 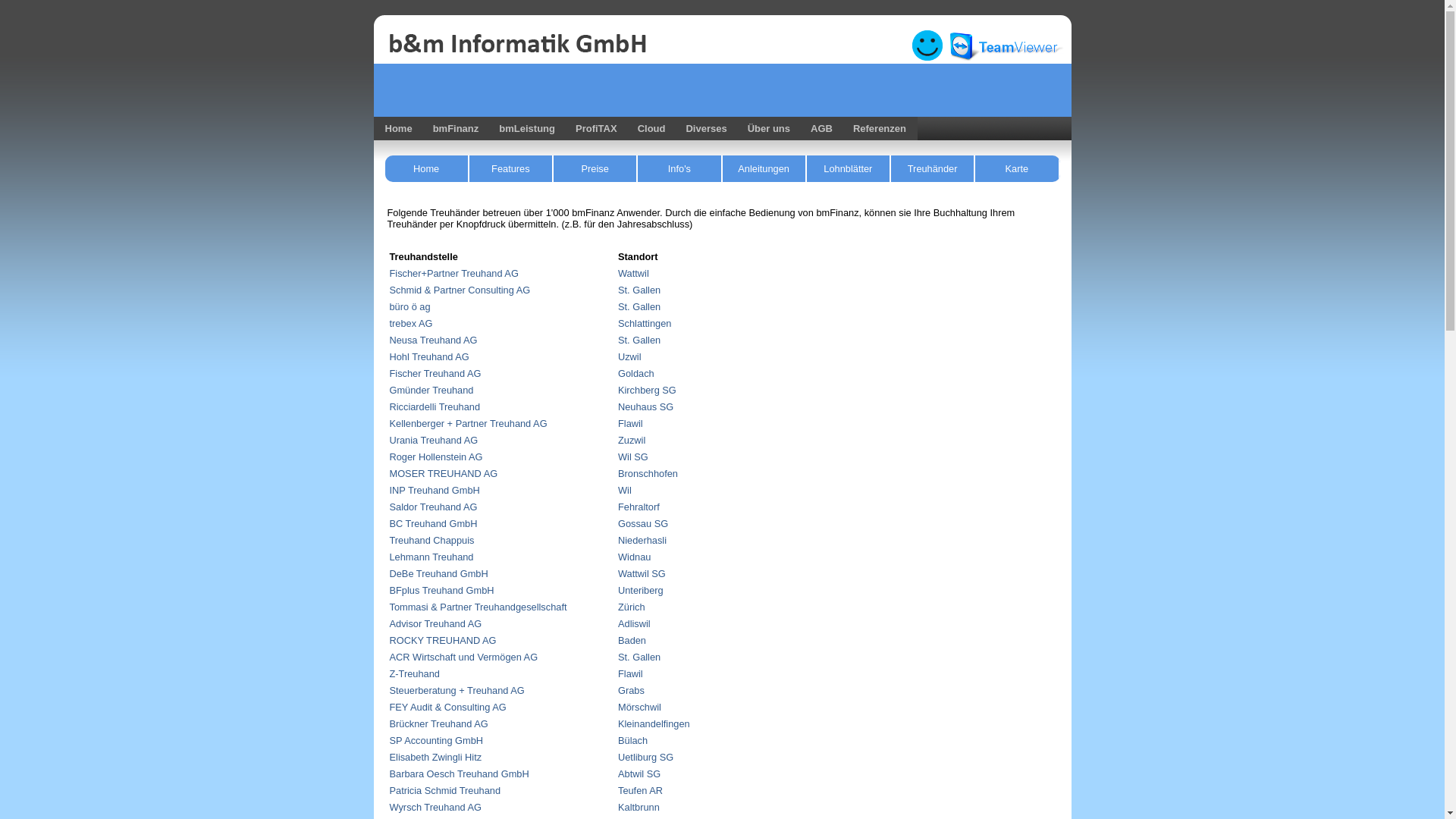 What do you see at coordinates (640, 789) in the screenshot?
I see `'Teufen AR'` at bounding box center [640, 789].